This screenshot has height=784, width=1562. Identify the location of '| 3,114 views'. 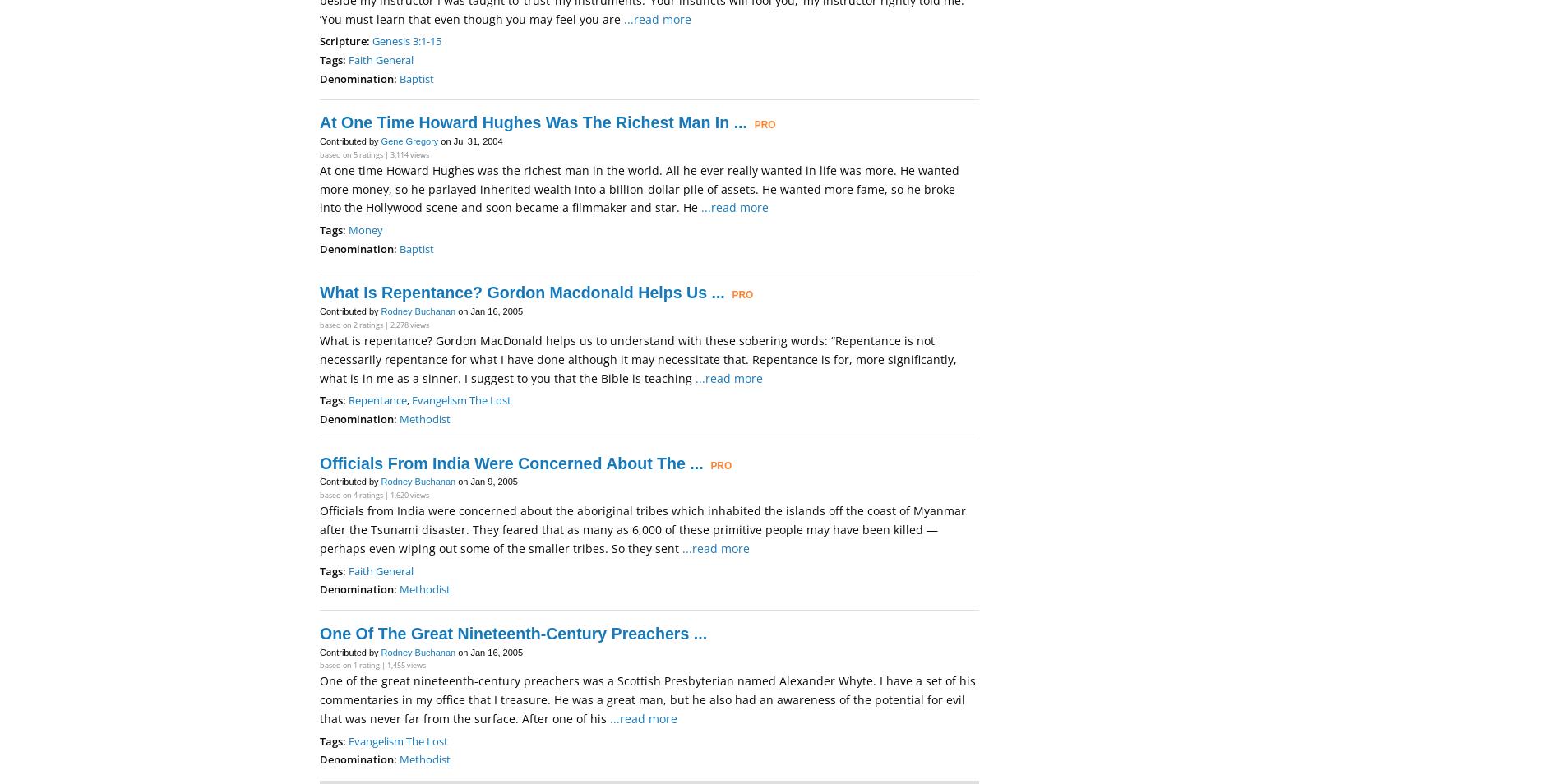
(406, 153).